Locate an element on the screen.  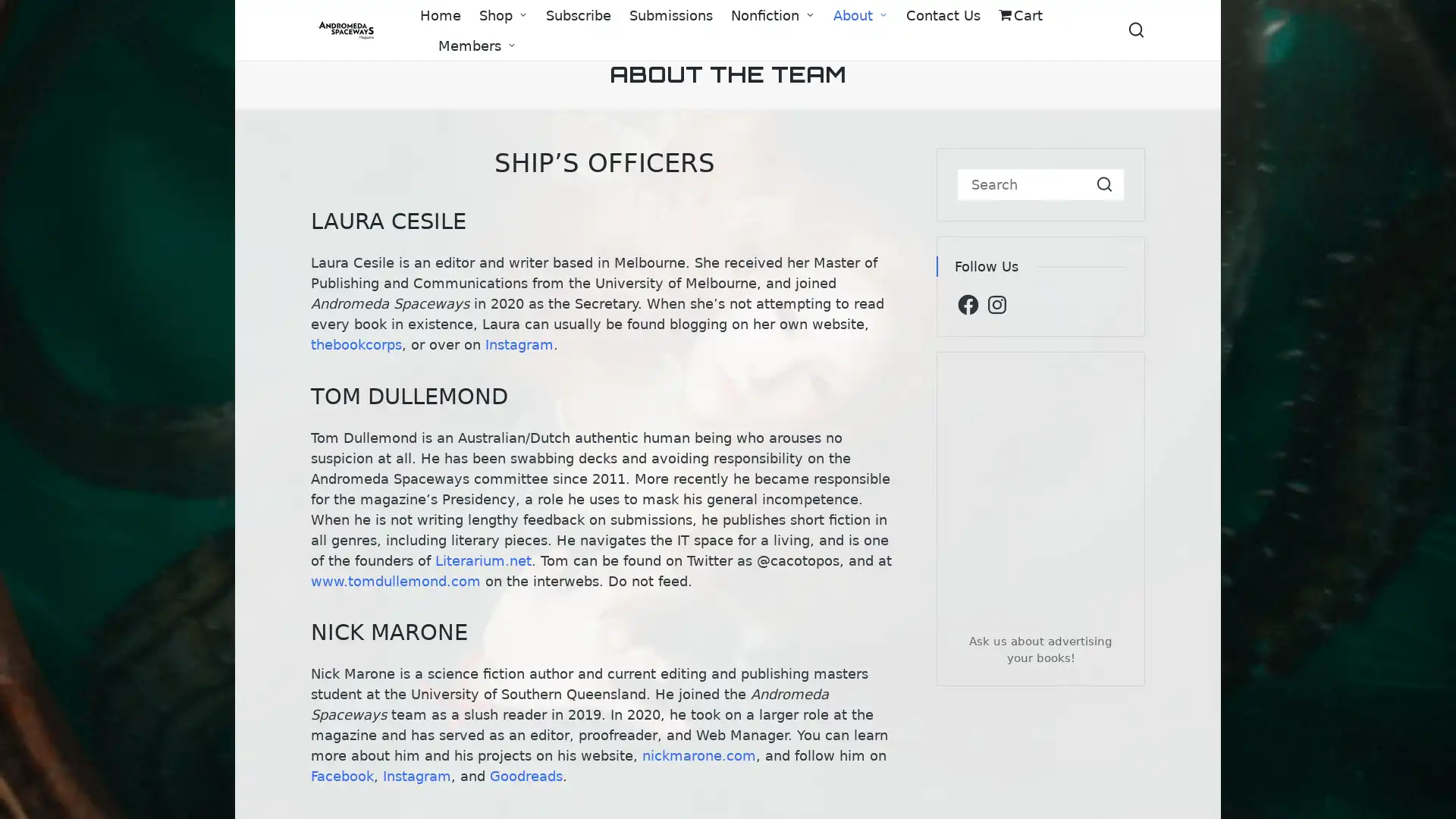
Search is located at coordinates (1104, 184).